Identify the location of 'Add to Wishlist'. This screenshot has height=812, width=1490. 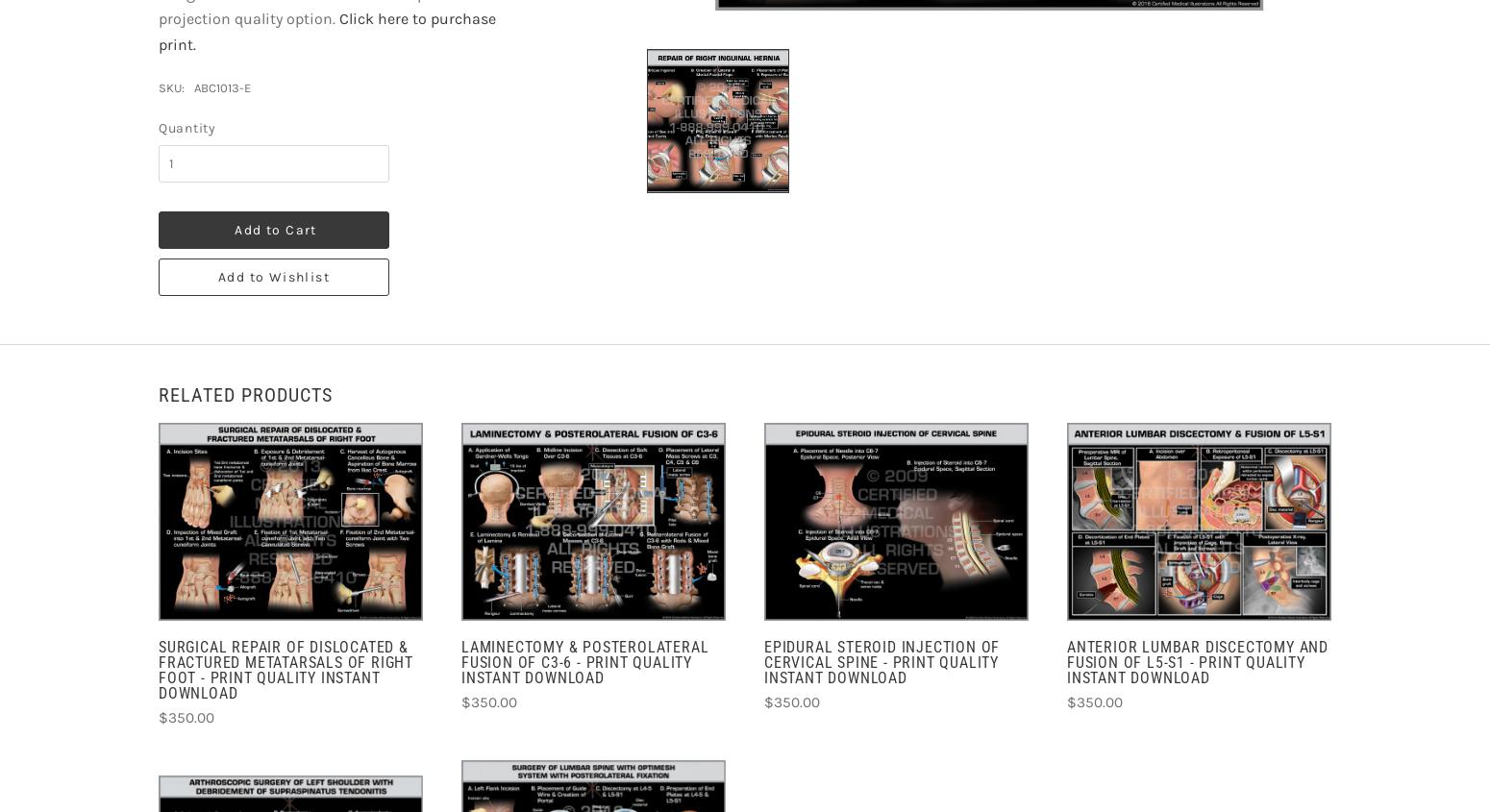
(274, 276).